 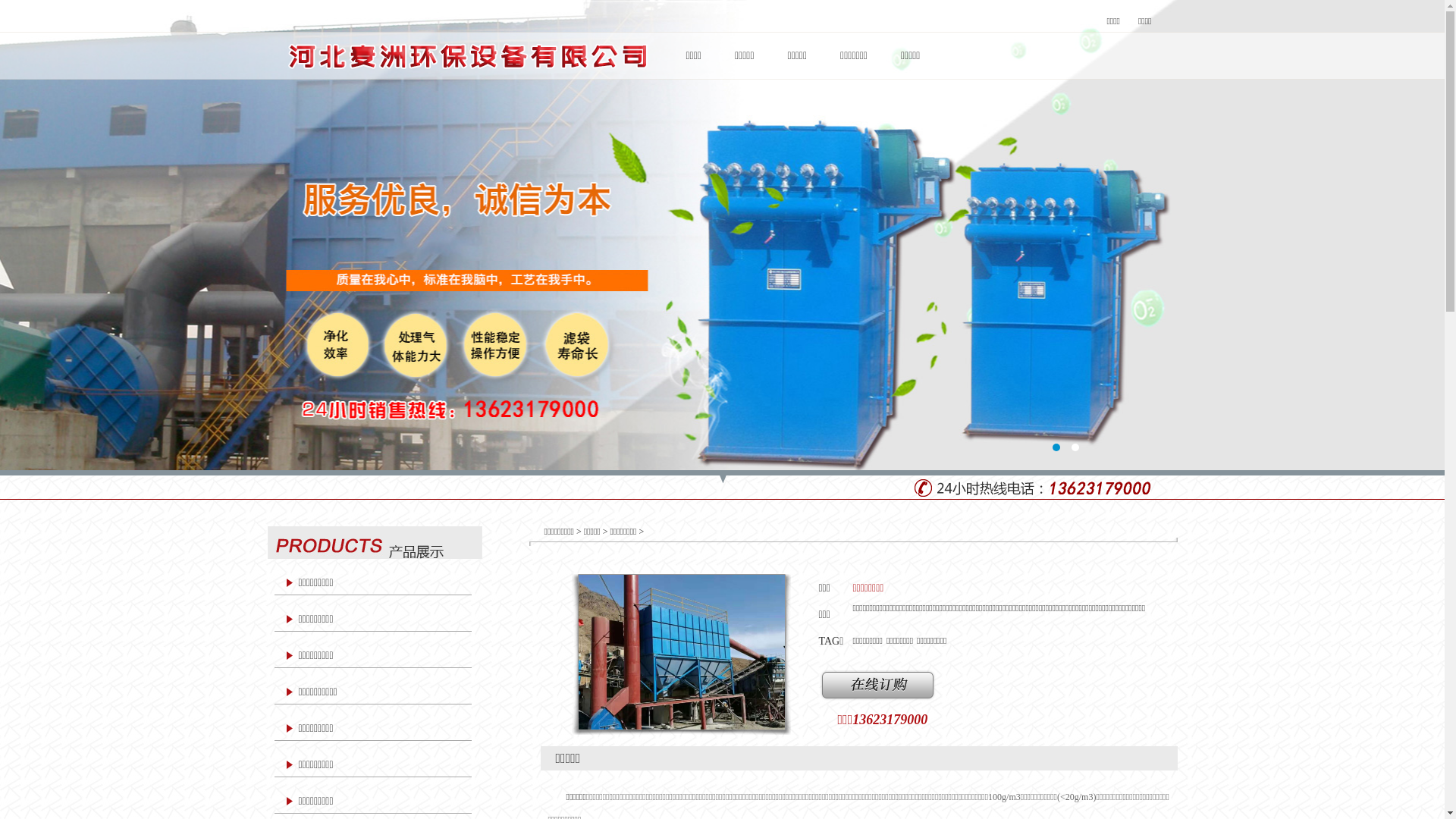 What do you see at coordinates (1055, 447) in the screenshot?
I see `'1'` at bounding box center [1055, 447].